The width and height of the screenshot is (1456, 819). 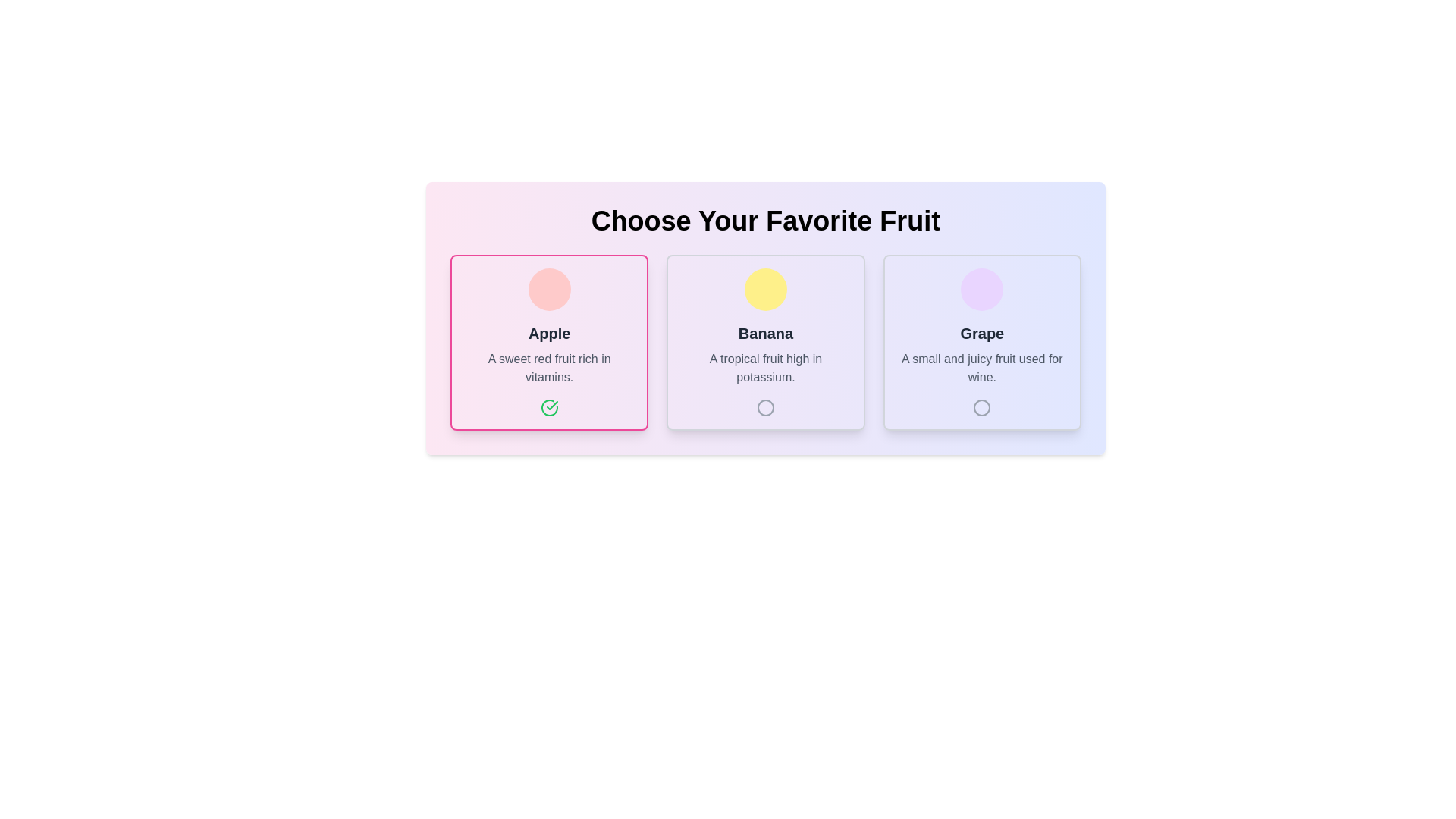 I want to click on text label displaying the word 'Banana' which is bold and centered under a yellow icon in the middle card of a three-card layout, so click(x=765, y=332).